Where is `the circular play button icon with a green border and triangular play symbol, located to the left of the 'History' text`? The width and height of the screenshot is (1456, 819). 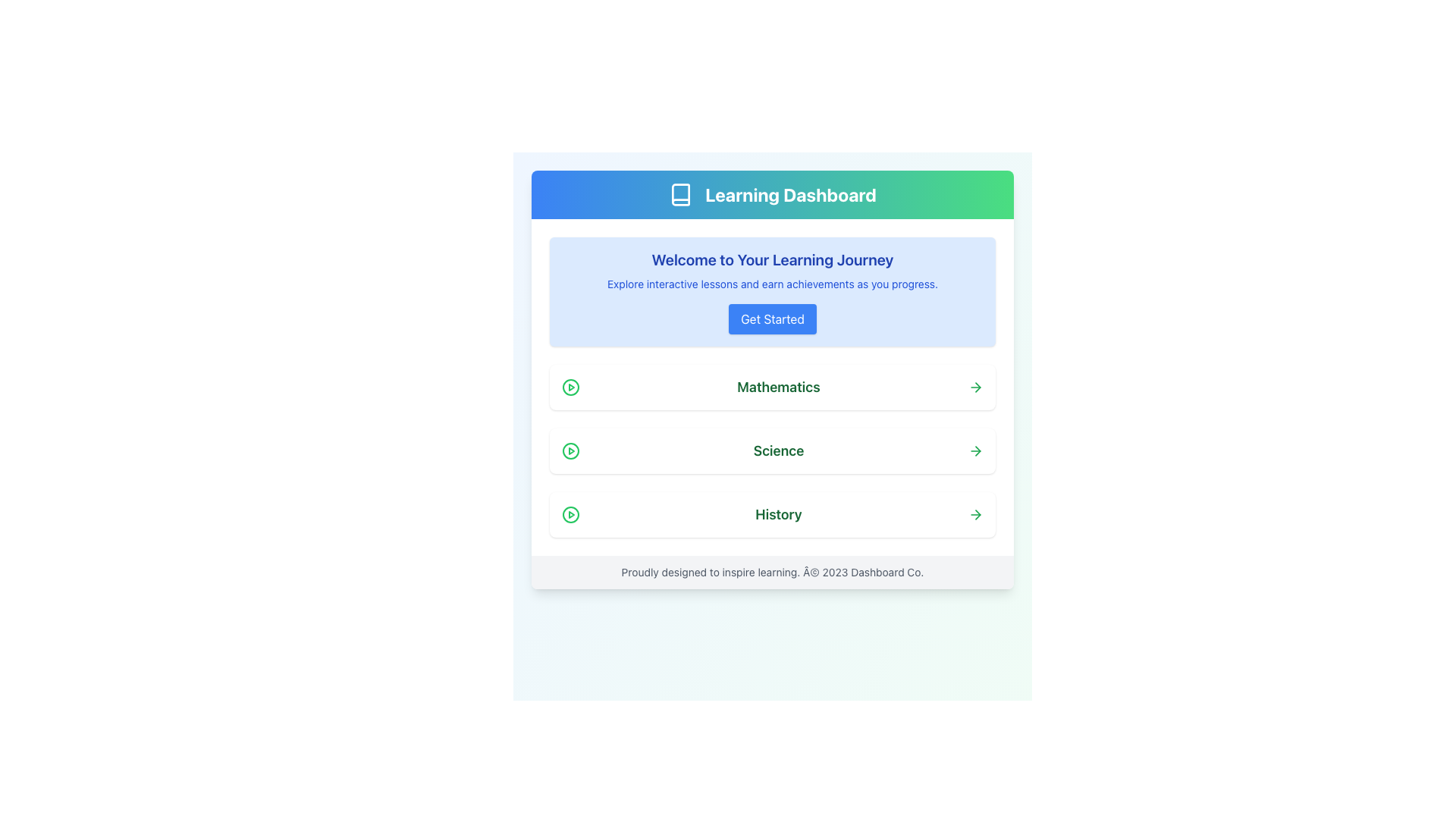
the circular play button icon with a green border and triangular play symbol, located to the left of the 'History' text is located at coordinates (570, 513).